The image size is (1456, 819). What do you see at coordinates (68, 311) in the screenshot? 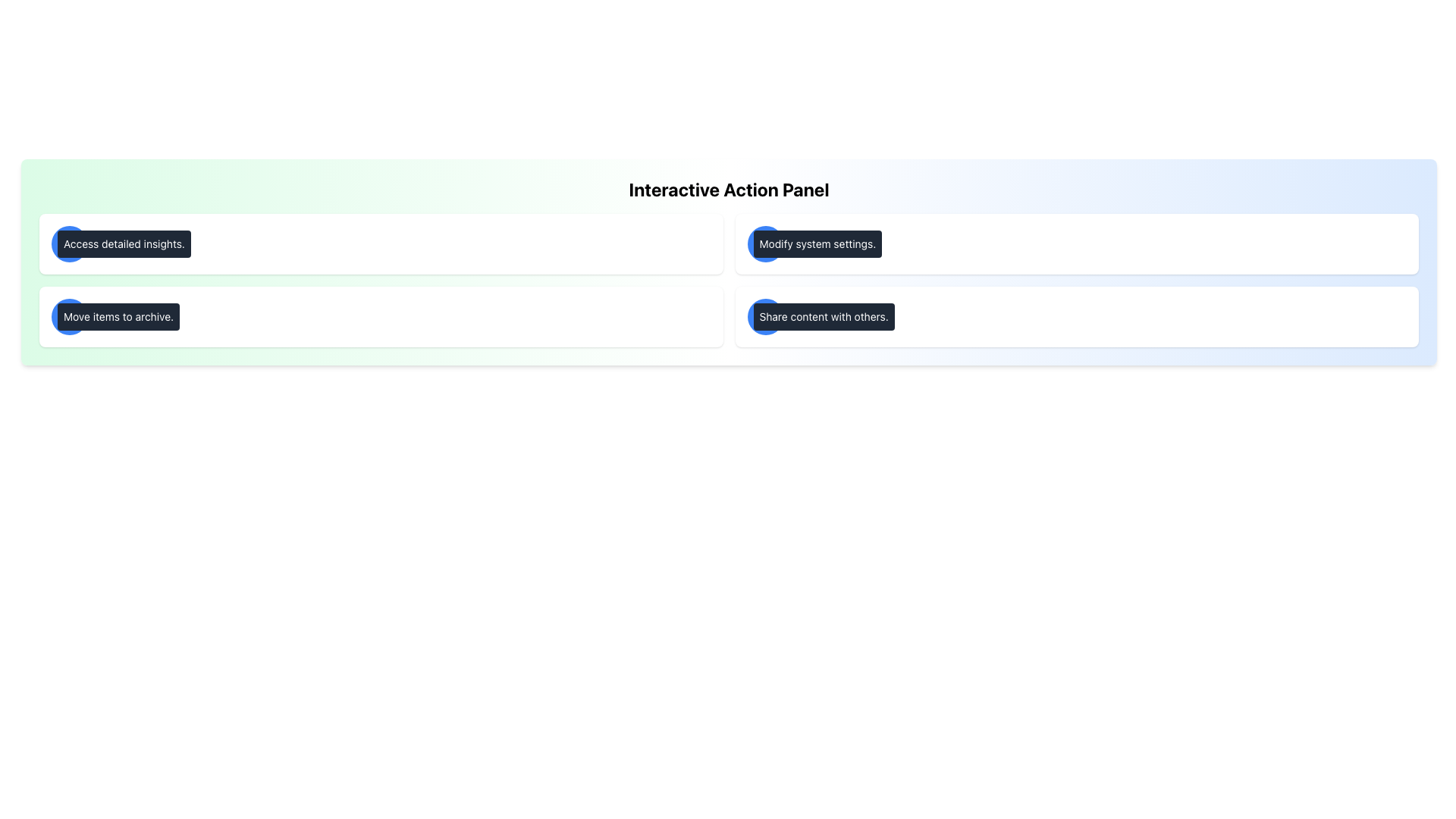
I see `the thin rectangular bar in the upper section of the archive box icon, which is near the 'Move items to archive' label in the second card of the left column` at bounding box center [68, 311].